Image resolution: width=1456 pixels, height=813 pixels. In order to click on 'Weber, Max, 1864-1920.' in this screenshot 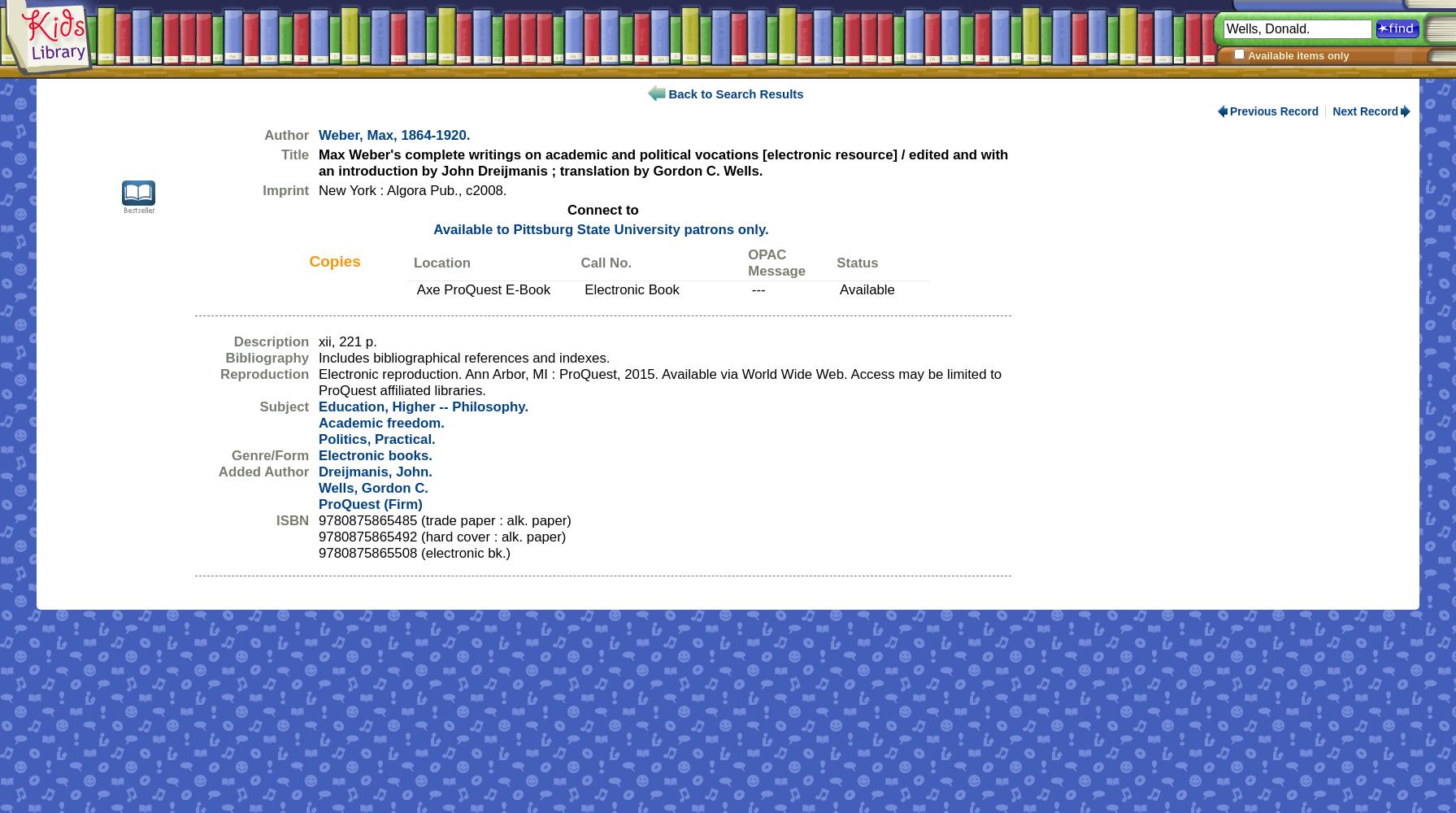, I will do `click(393, 135)`.